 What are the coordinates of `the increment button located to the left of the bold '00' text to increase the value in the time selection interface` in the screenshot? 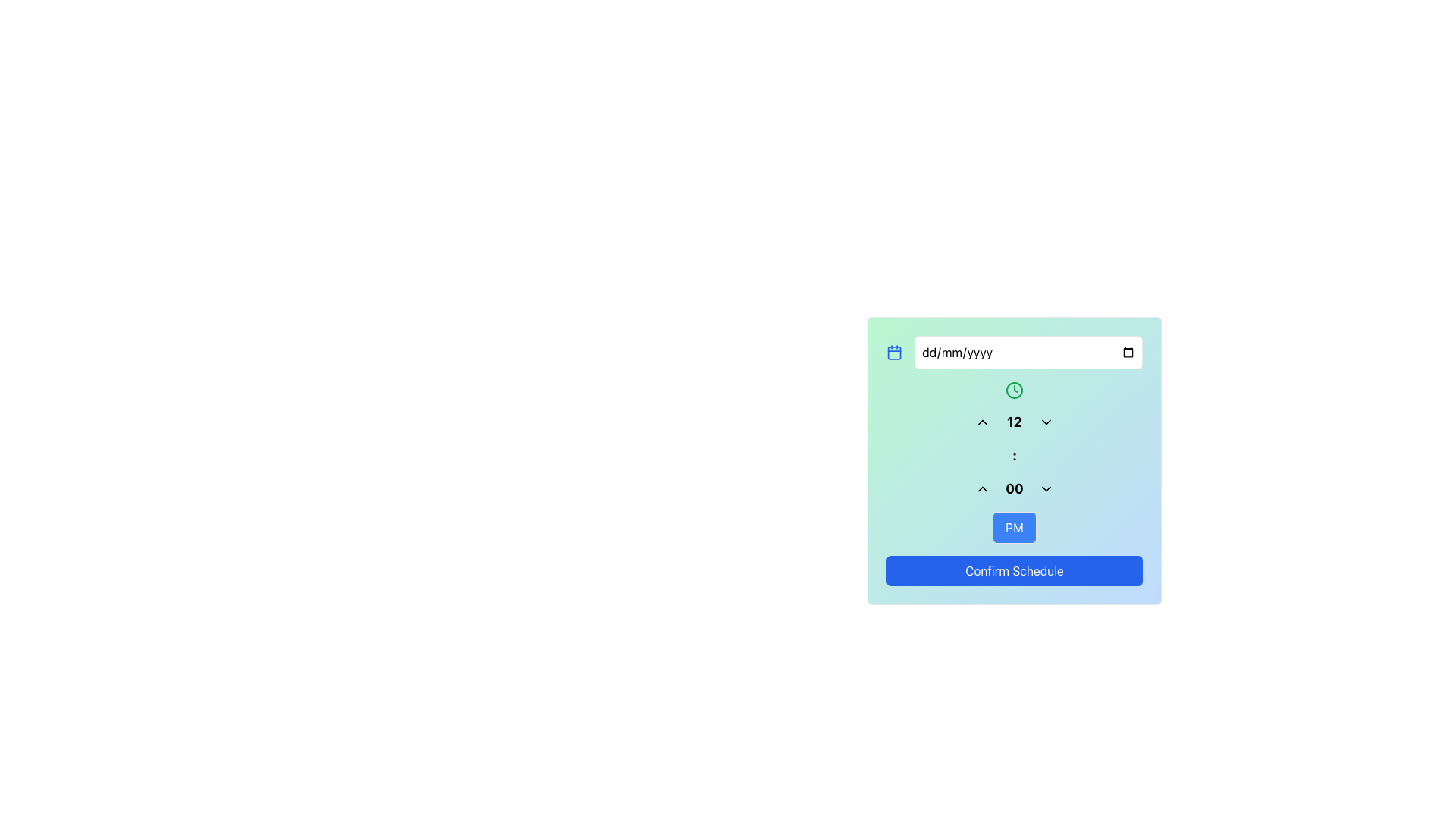 It's located at (983, 488).